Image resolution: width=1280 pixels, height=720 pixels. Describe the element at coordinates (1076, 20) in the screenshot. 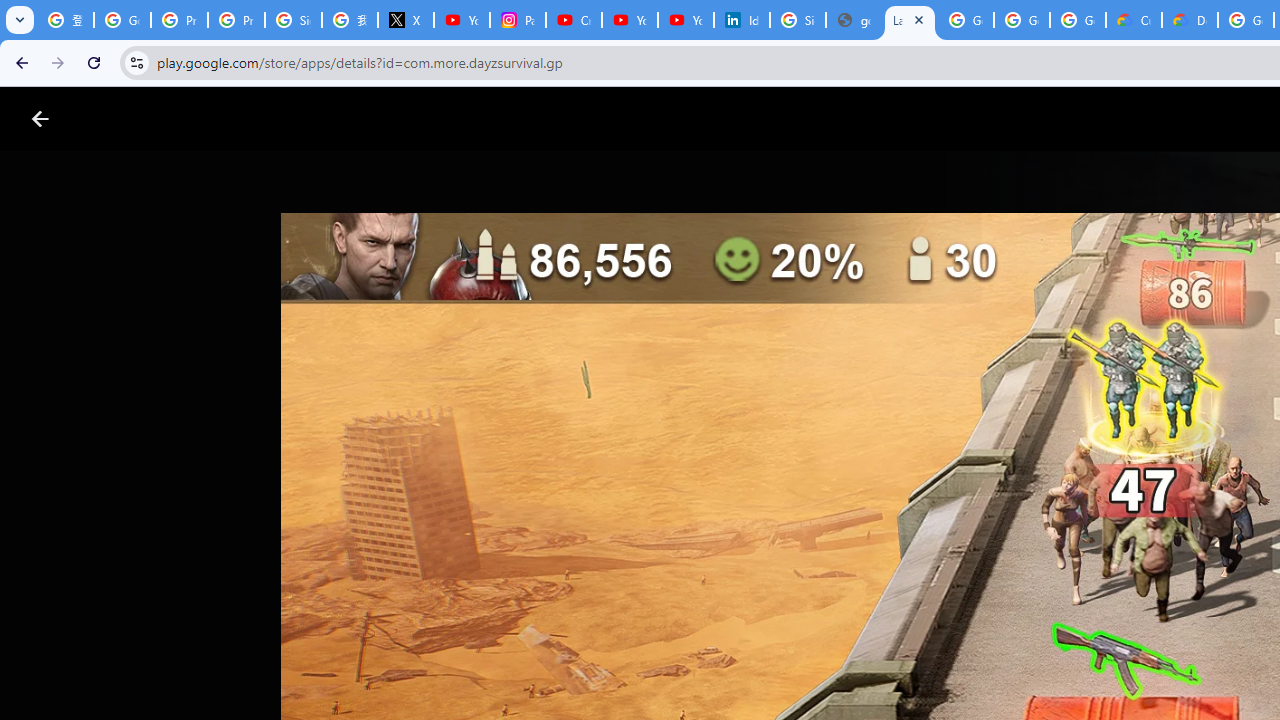

I see `'Google Workspace - Specific Terms'` at that location.